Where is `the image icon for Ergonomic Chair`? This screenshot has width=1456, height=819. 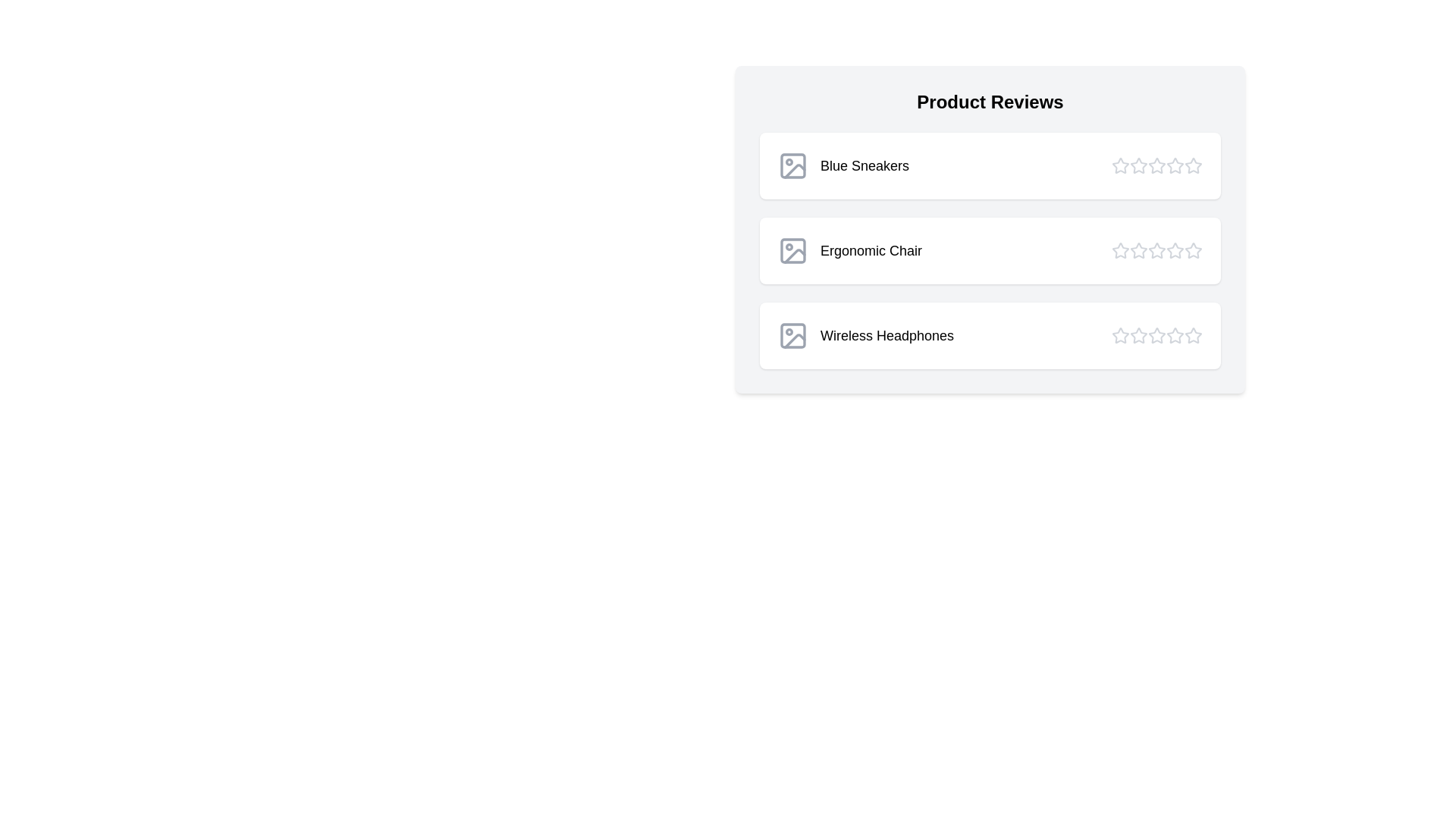
the image icon for Ergonomic Chair is located at coordinates (792, 250).